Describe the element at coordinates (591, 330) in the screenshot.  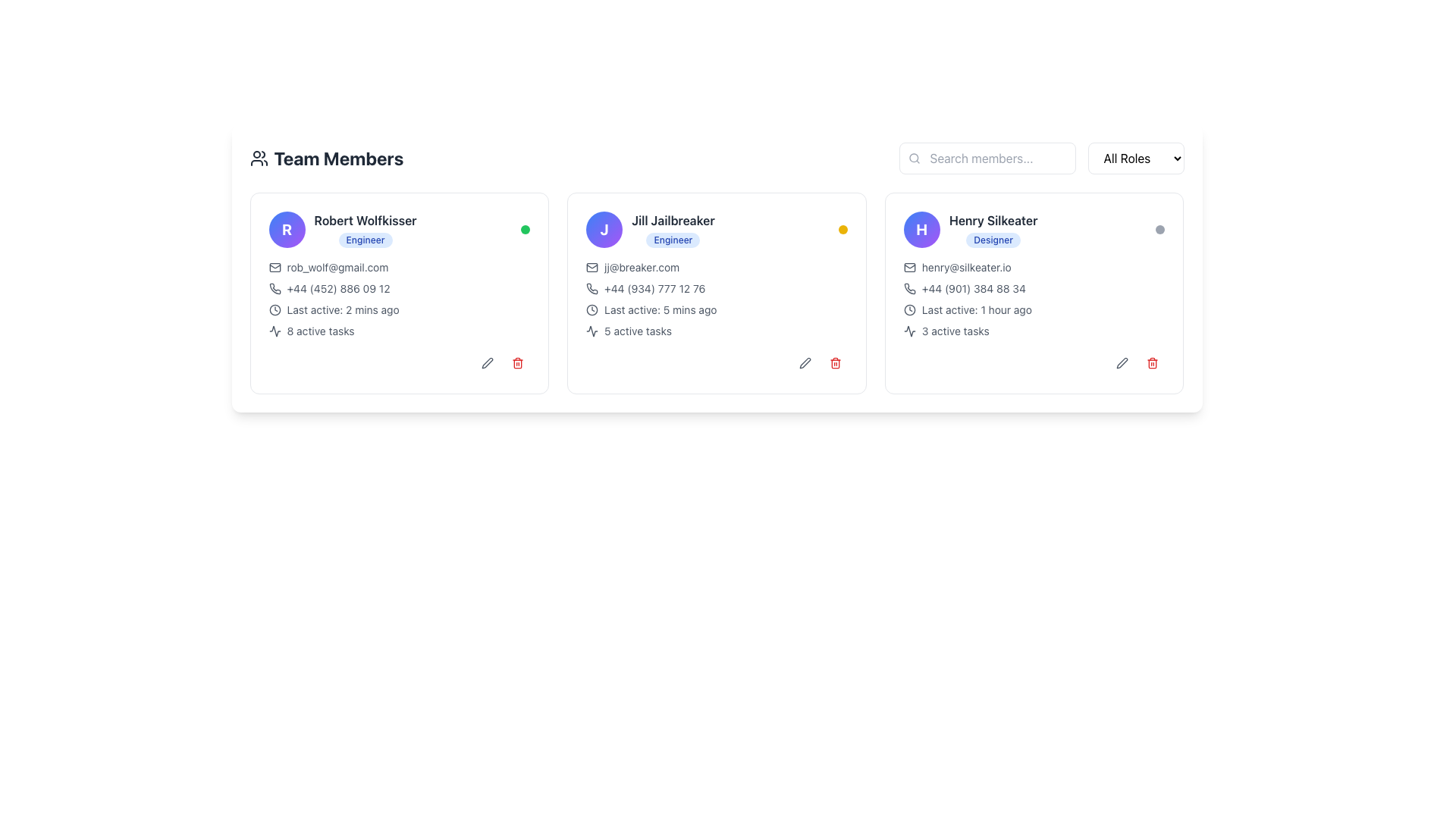
I see `the wave or activity graph icon located to the left of the '5 active tasks' text in the middle card of the second column` at that location.